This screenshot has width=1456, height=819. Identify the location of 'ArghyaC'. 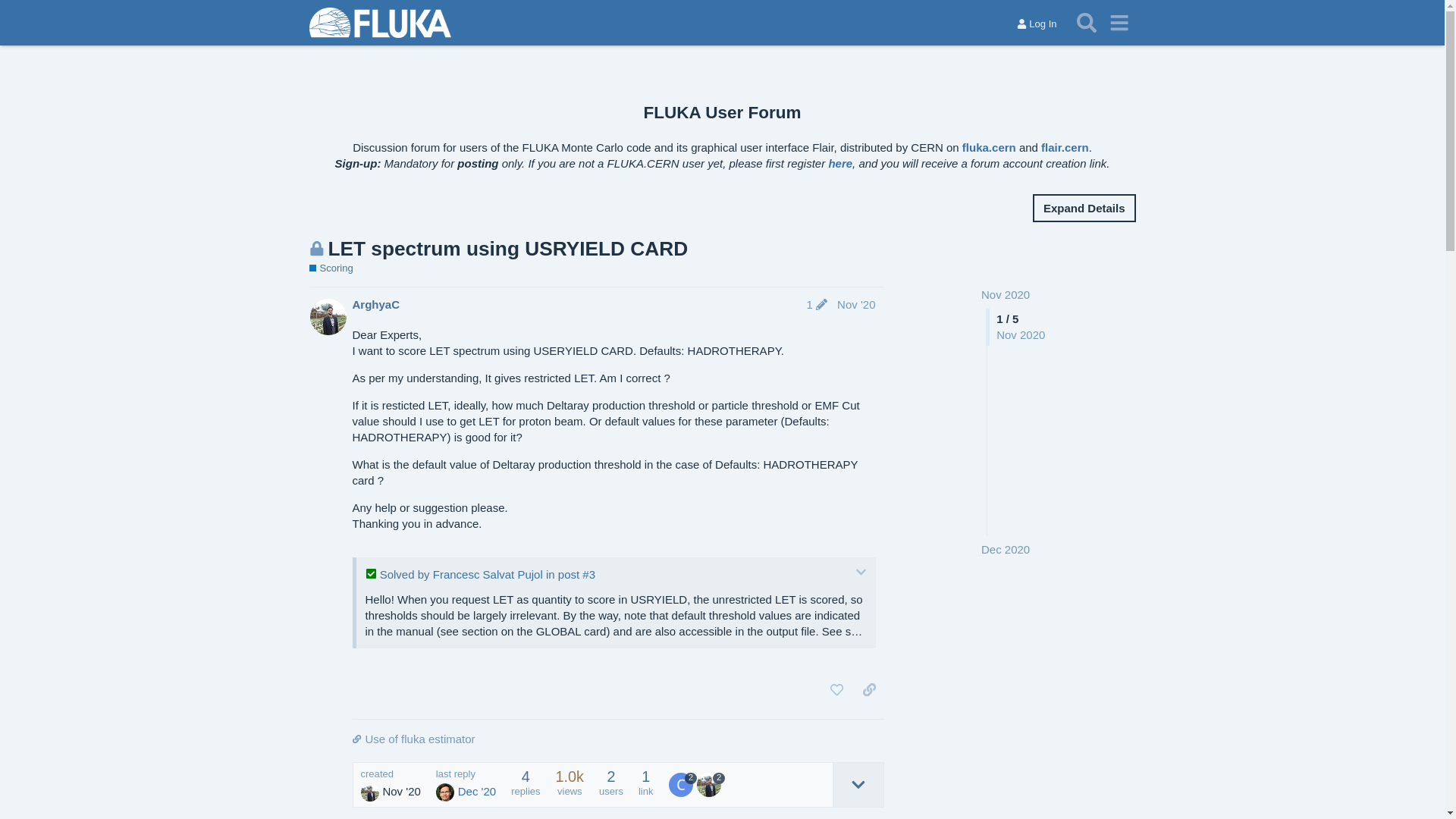
(708, 784).